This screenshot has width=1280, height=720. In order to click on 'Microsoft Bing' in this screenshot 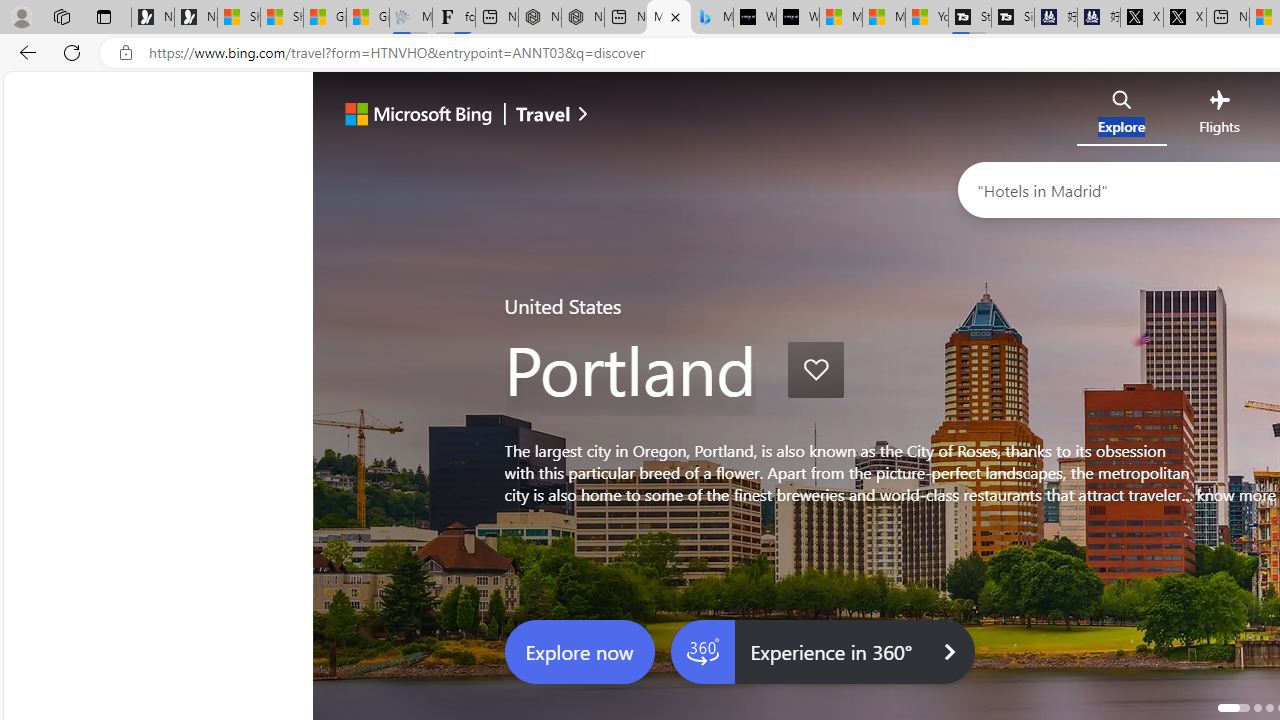, I will do `click(444, 117)`.